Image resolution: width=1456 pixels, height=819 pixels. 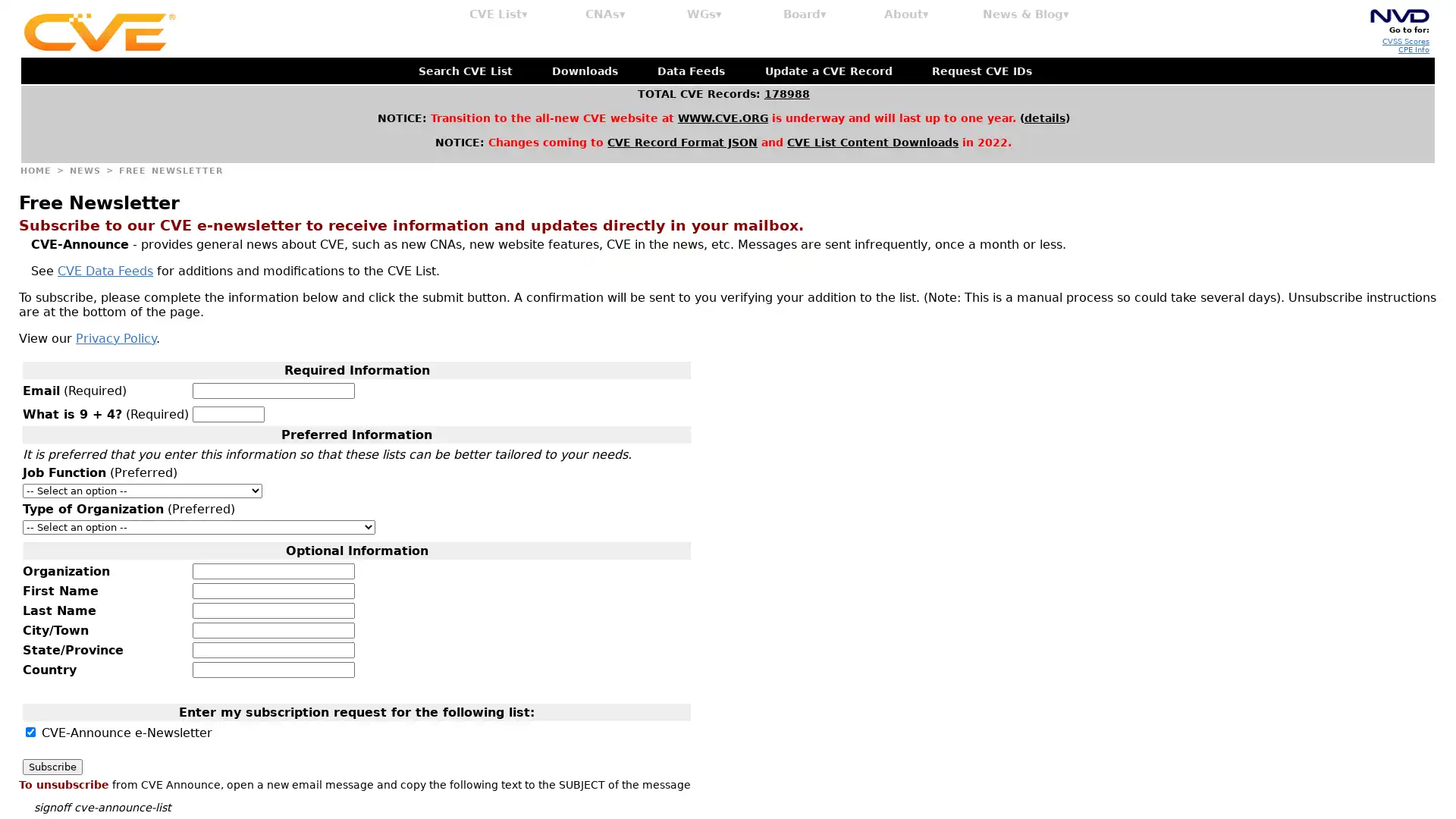 I want to click on Subscribe, so click(x=52, y=766).